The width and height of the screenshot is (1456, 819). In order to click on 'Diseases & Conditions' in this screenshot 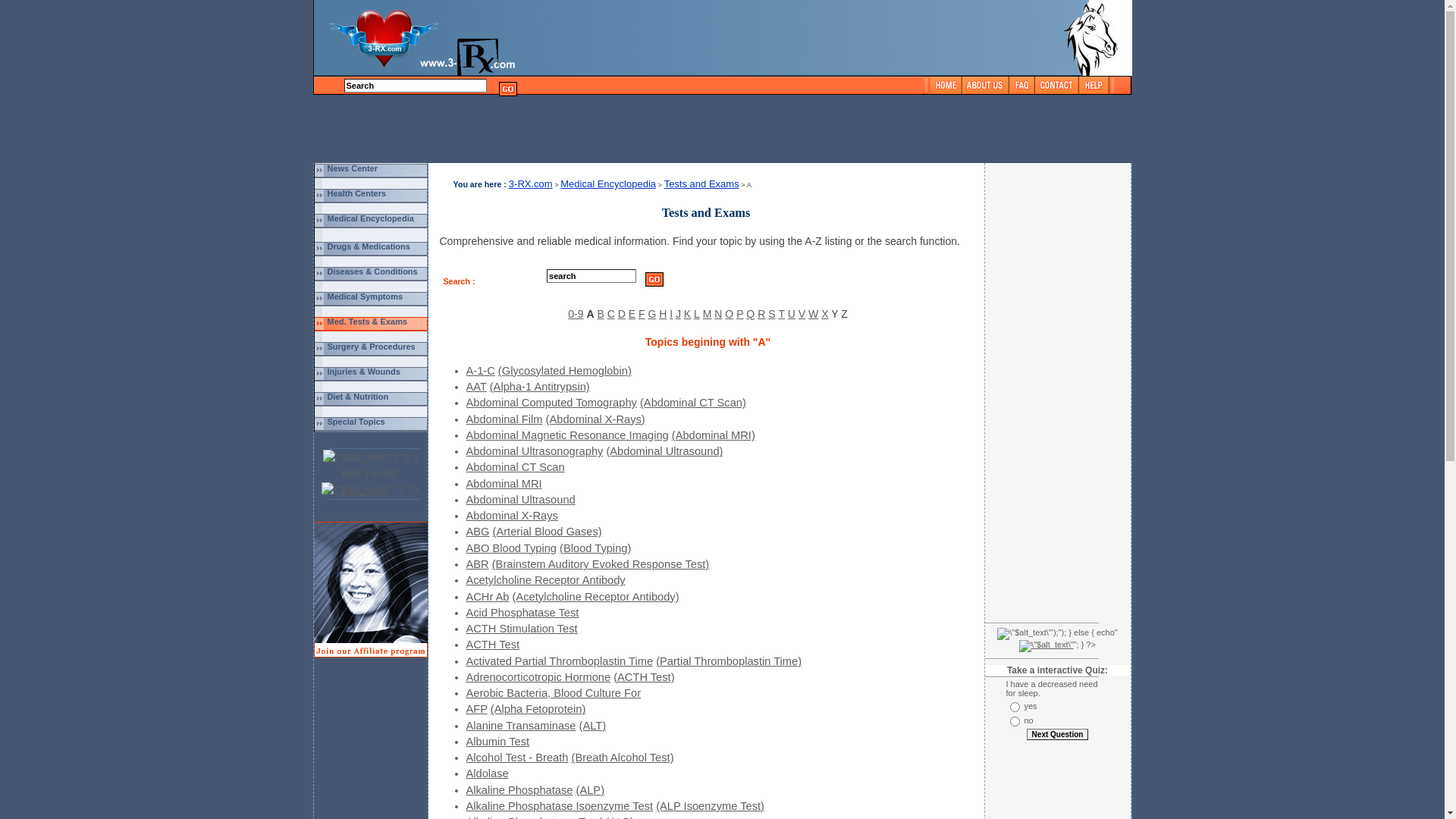, I will do `click(372, 271)`.